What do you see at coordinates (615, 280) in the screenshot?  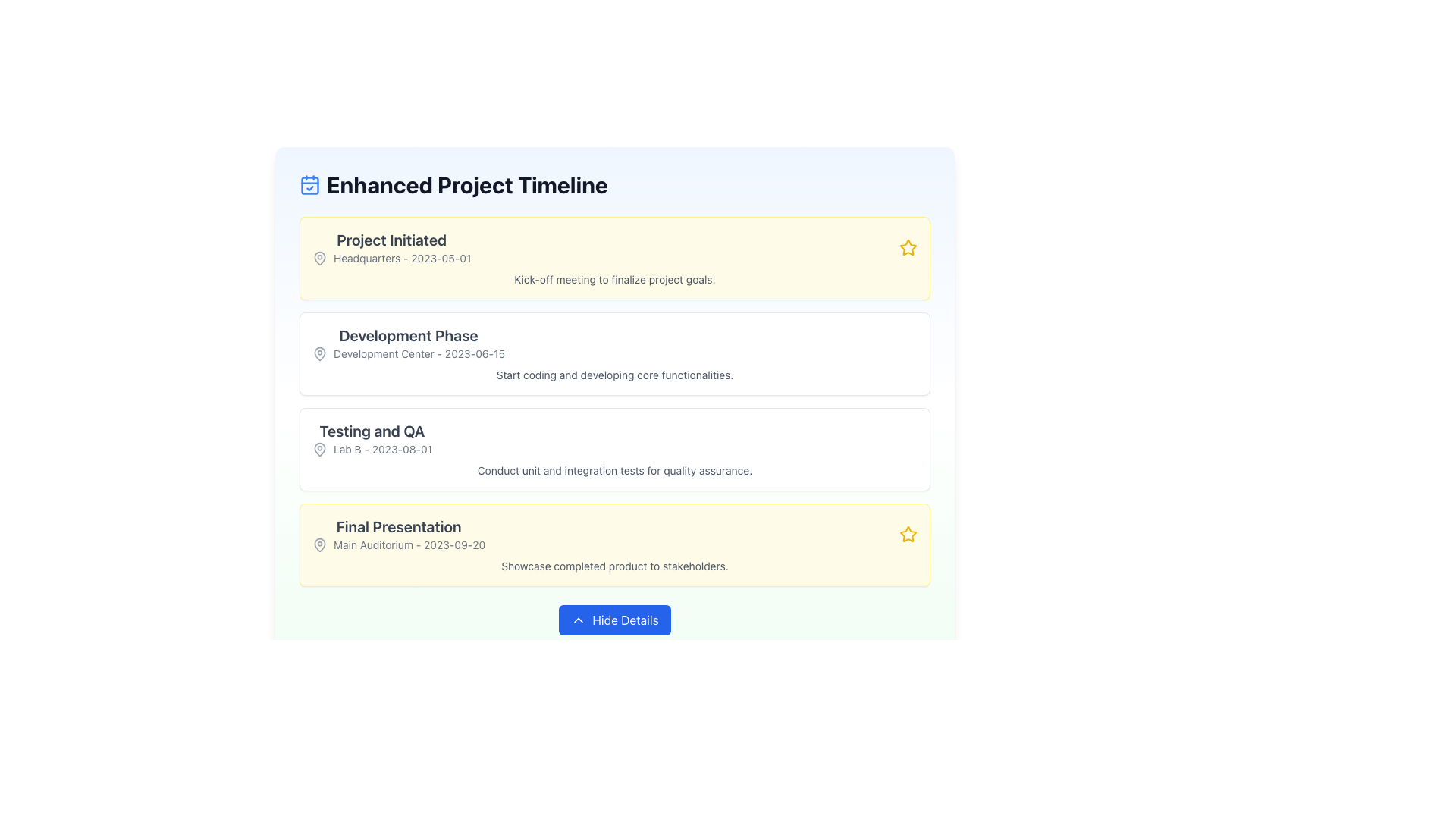 I see `the text element that reads 'Kick-off meeting to finalize project goals.', which is styled with a small font size and gray text color, located near the bottom of the first section of the timeline under 'Project Initiated'` at bounding box center [615, 280].